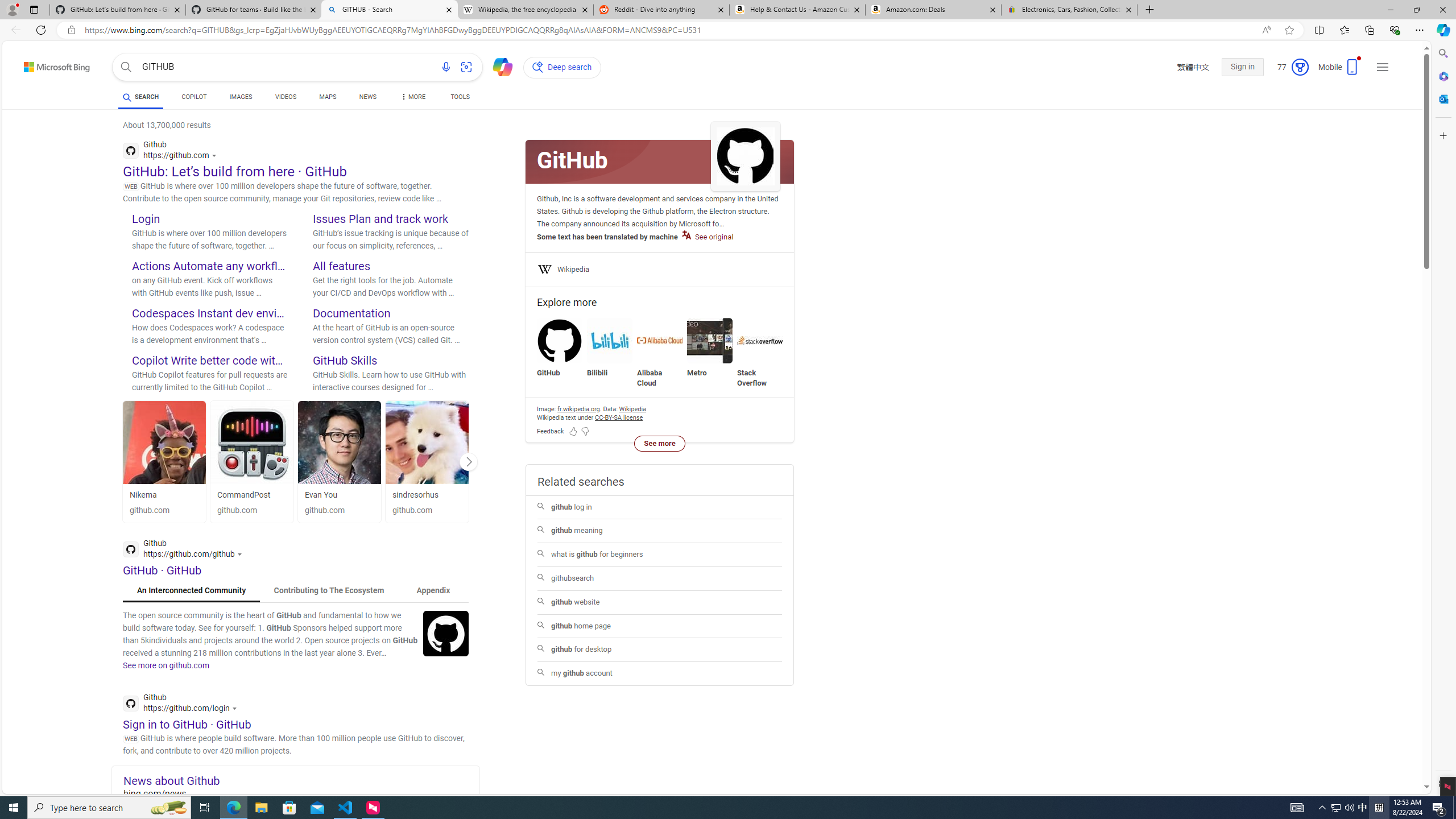  I want to click on 'Wikipedia, the free encyclopedia', so click(526, 9).